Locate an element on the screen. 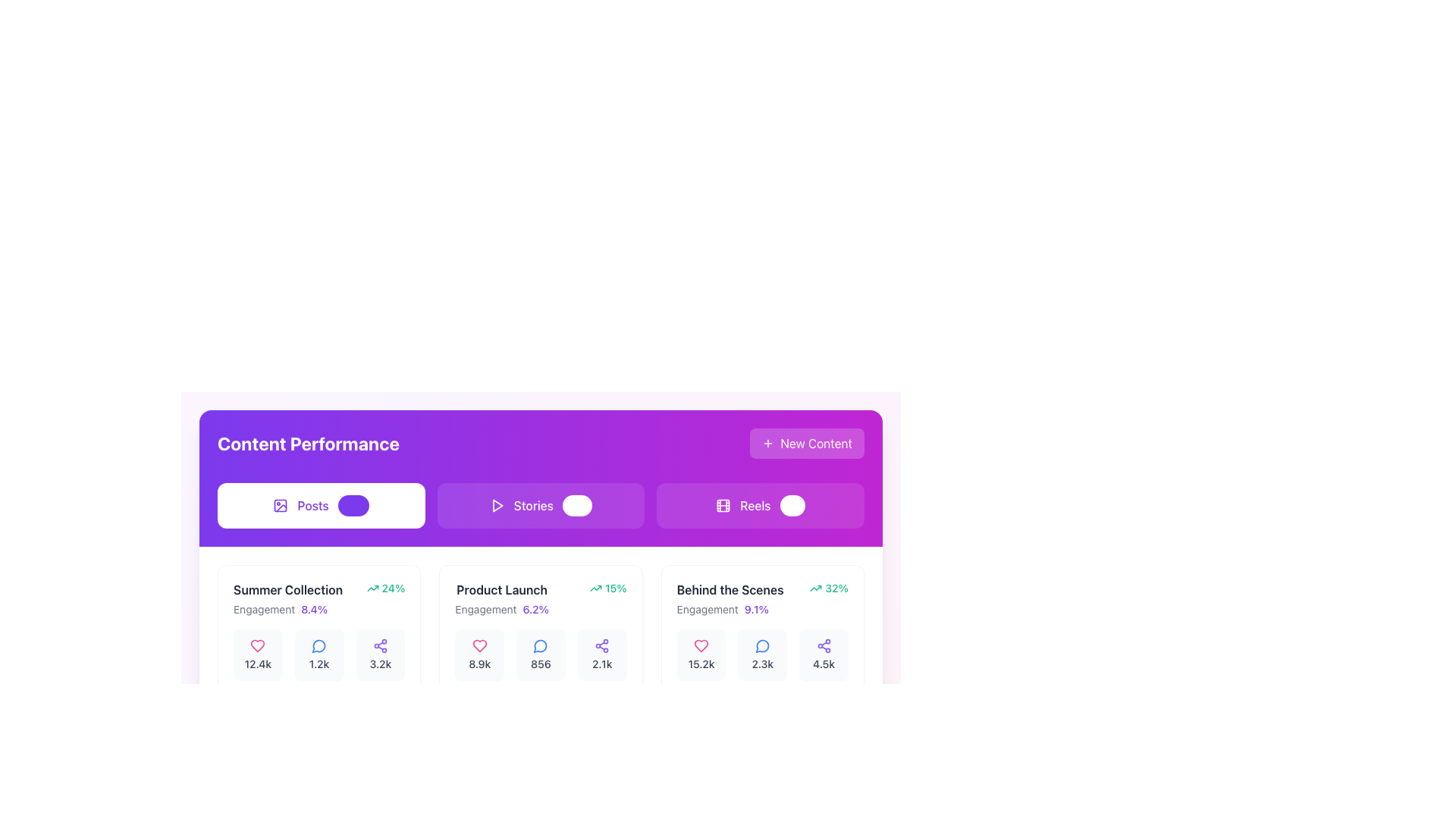 The width and height of the screenshot is (1456, 819). the blue circular chat icon above the text label '1.2k' in the 'Summer Collection' content performance section is located at coordinates (318, 646).